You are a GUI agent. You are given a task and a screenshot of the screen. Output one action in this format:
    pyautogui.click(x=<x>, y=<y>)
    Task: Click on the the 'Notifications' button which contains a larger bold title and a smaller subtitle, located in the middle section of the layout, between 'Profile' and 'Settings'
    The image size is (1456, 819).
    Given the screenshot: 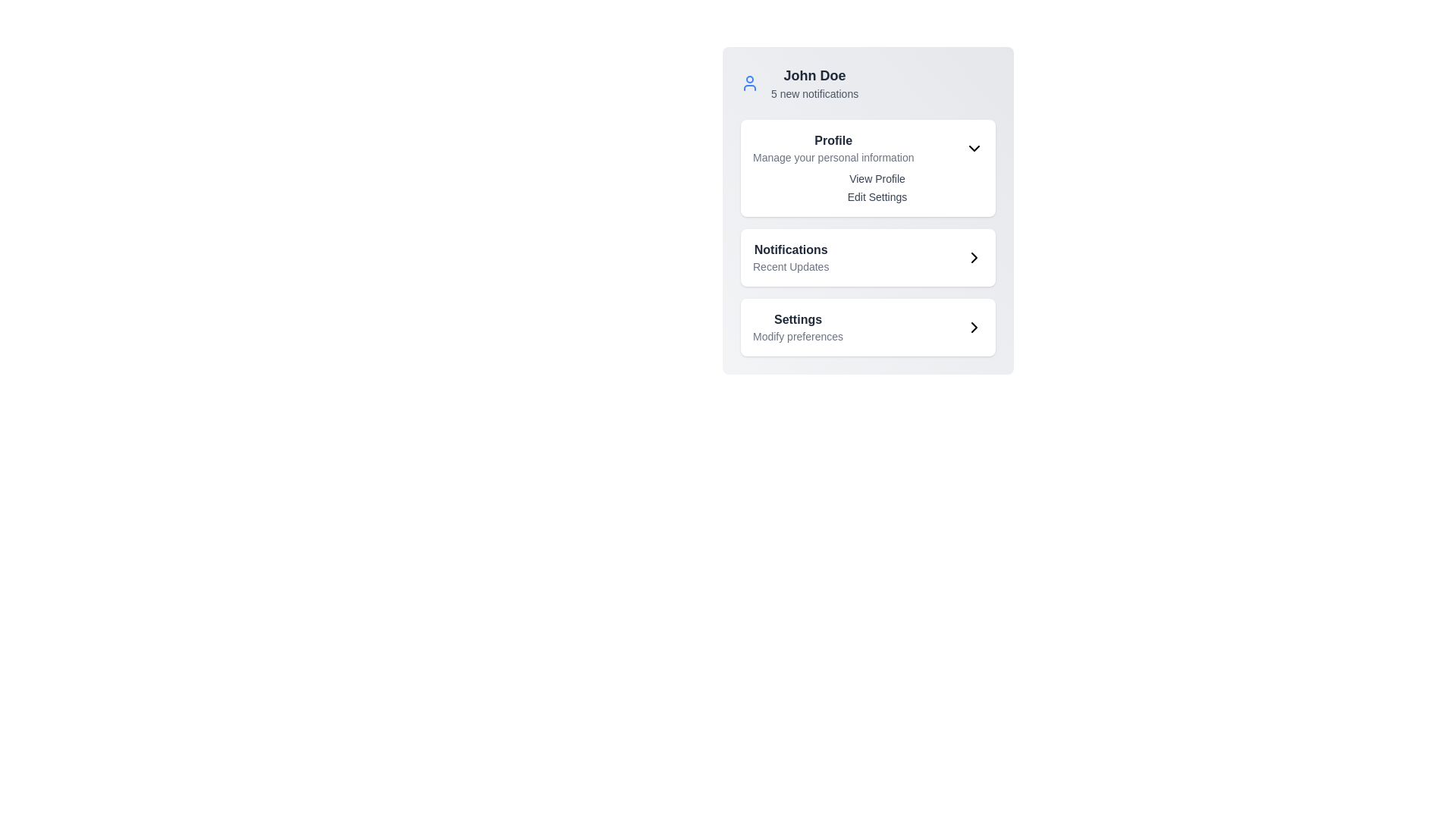 What is the action you would take?
    pyautogui.click(x=868, y=256)
    